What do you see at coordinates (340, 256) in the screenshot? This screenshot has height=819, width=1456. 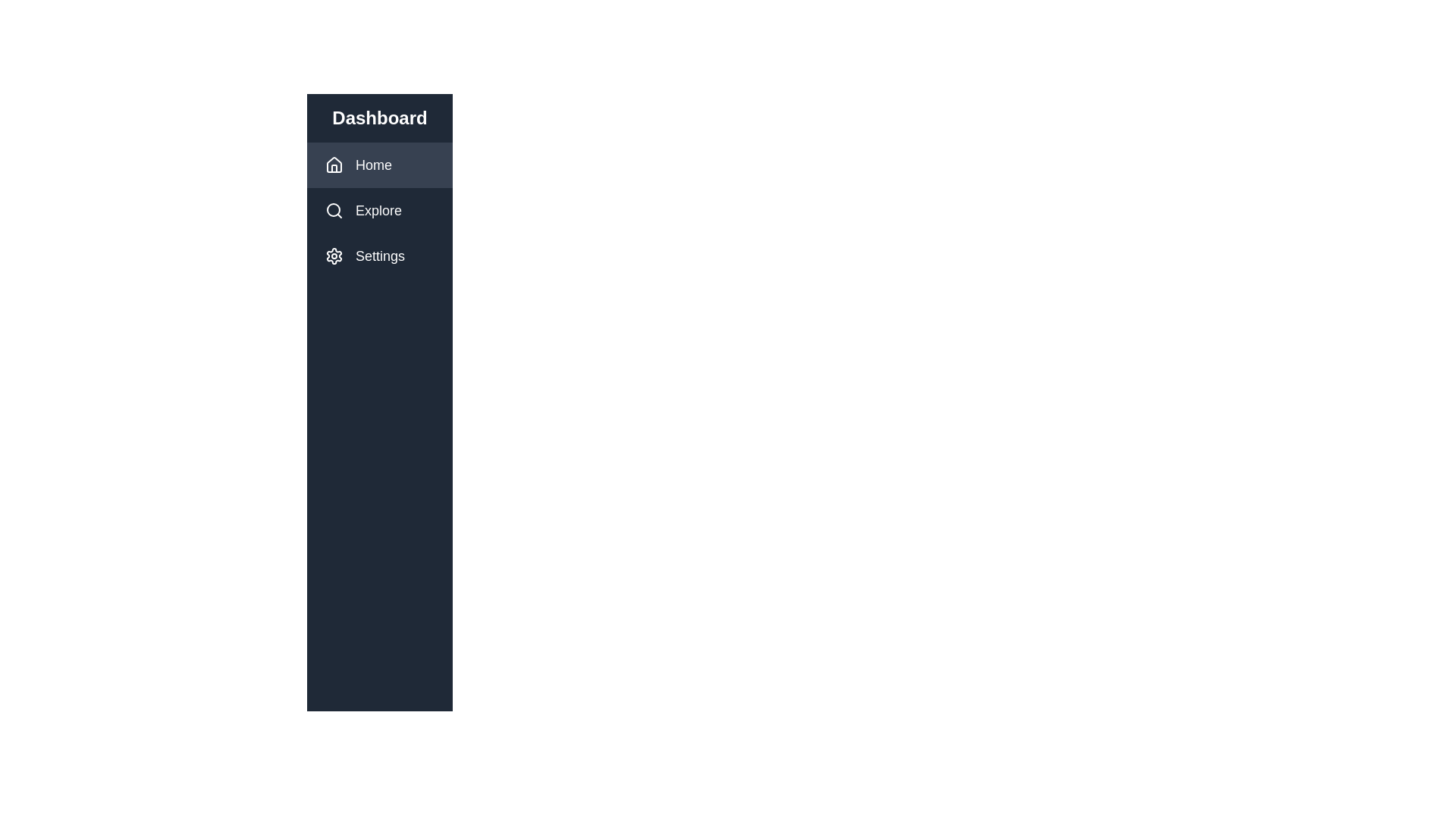 I see `the small gear icon, which represents settings, located to the left of the 'Settings' text in the vertical menu` at bounding box center [340, 256].